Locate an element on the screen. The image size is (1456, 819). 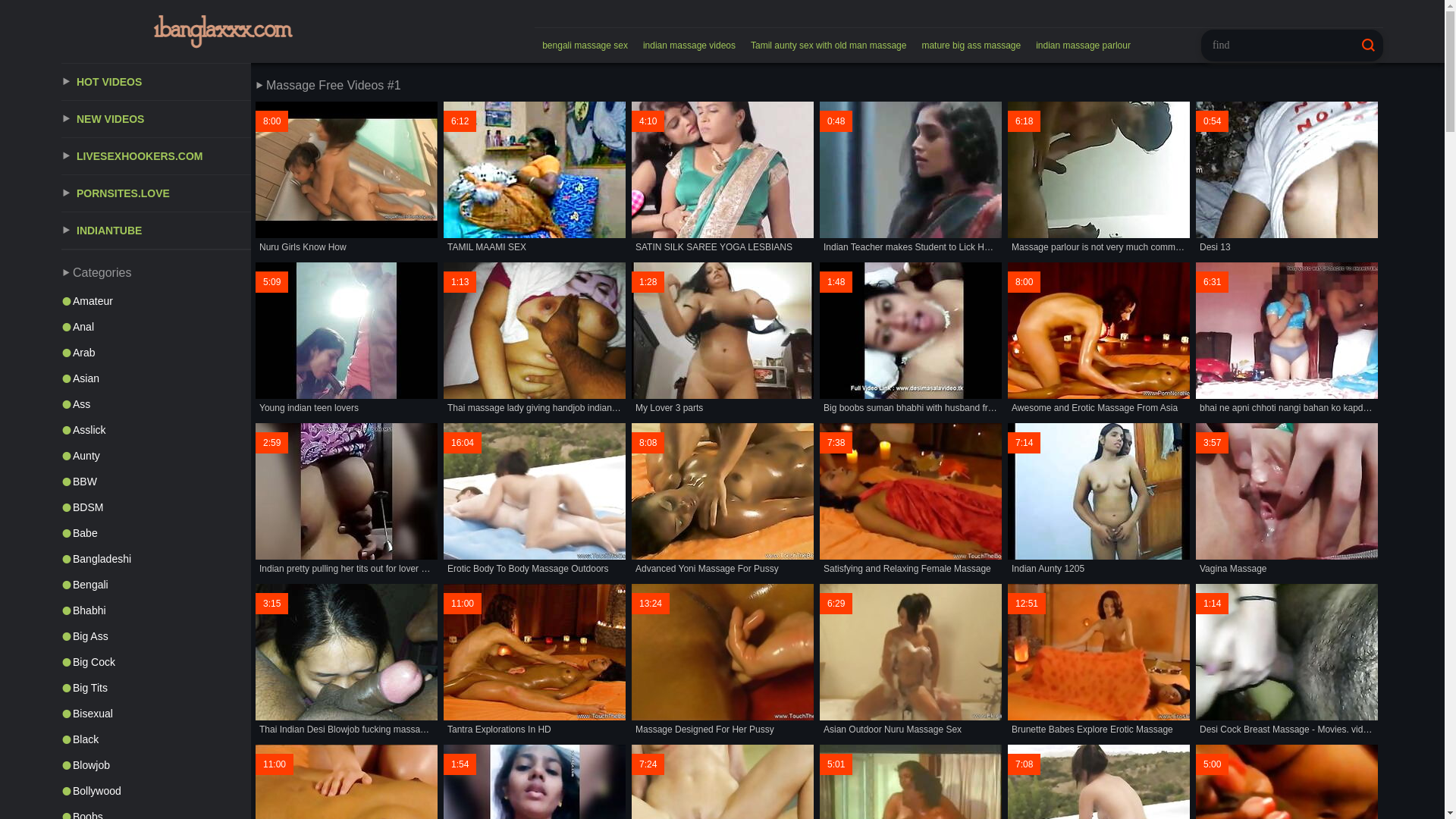
'Bollywood' is located at coordinates (156, 789).